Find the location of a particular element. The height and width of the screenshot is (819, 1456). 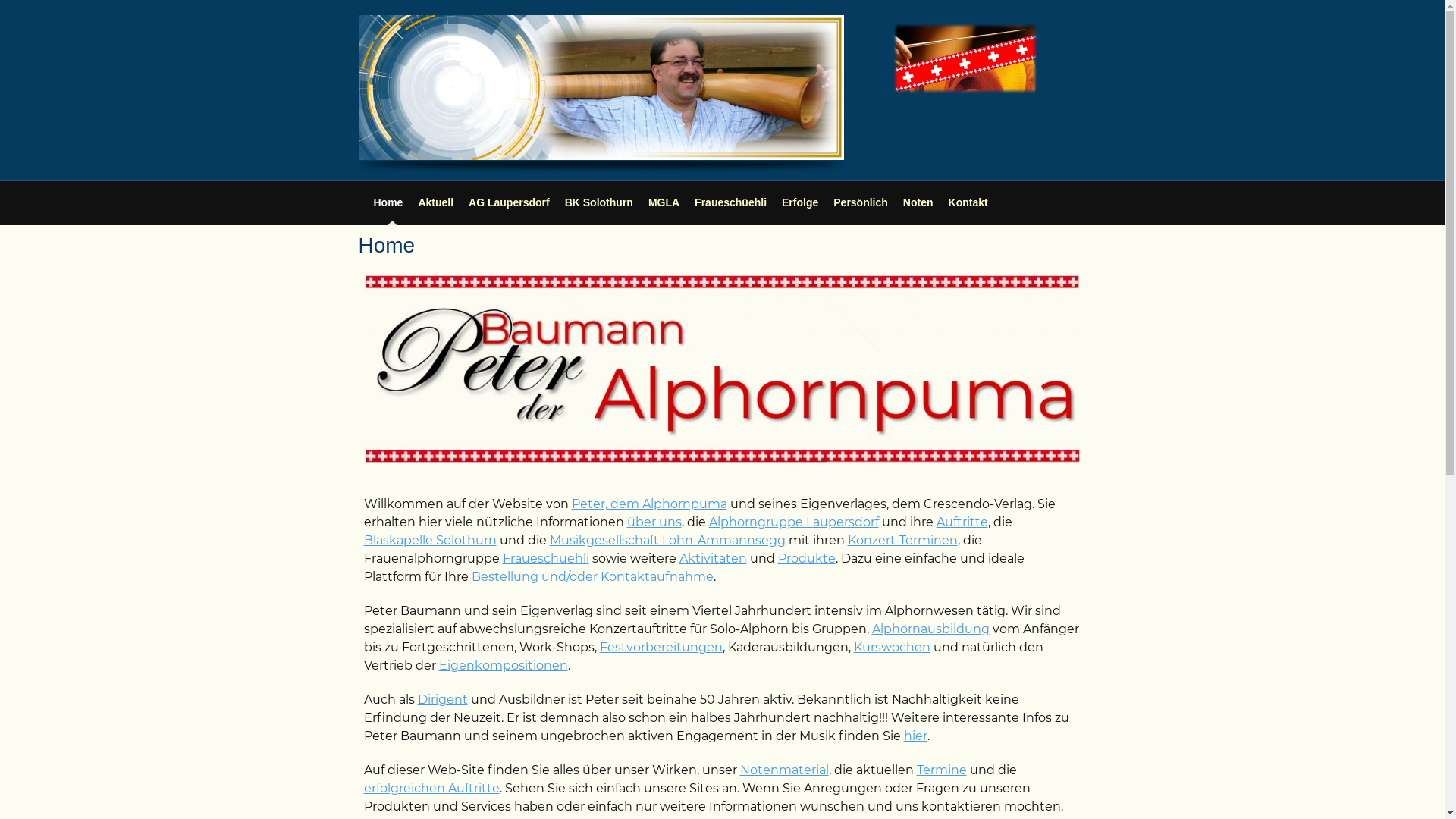

'Festvorbereitungen' is located at coordinates (660, 647).